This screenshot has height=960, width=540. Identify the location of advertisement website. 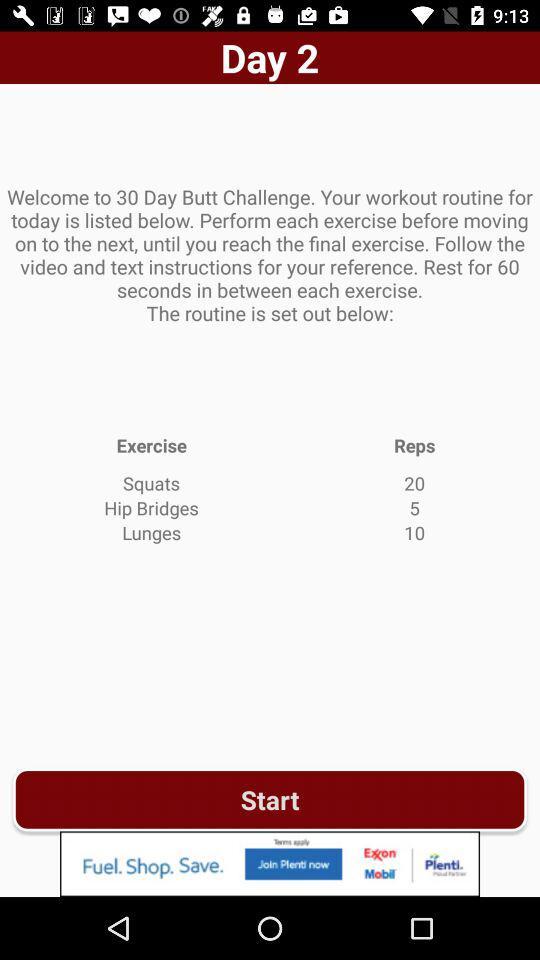
(270, 863).